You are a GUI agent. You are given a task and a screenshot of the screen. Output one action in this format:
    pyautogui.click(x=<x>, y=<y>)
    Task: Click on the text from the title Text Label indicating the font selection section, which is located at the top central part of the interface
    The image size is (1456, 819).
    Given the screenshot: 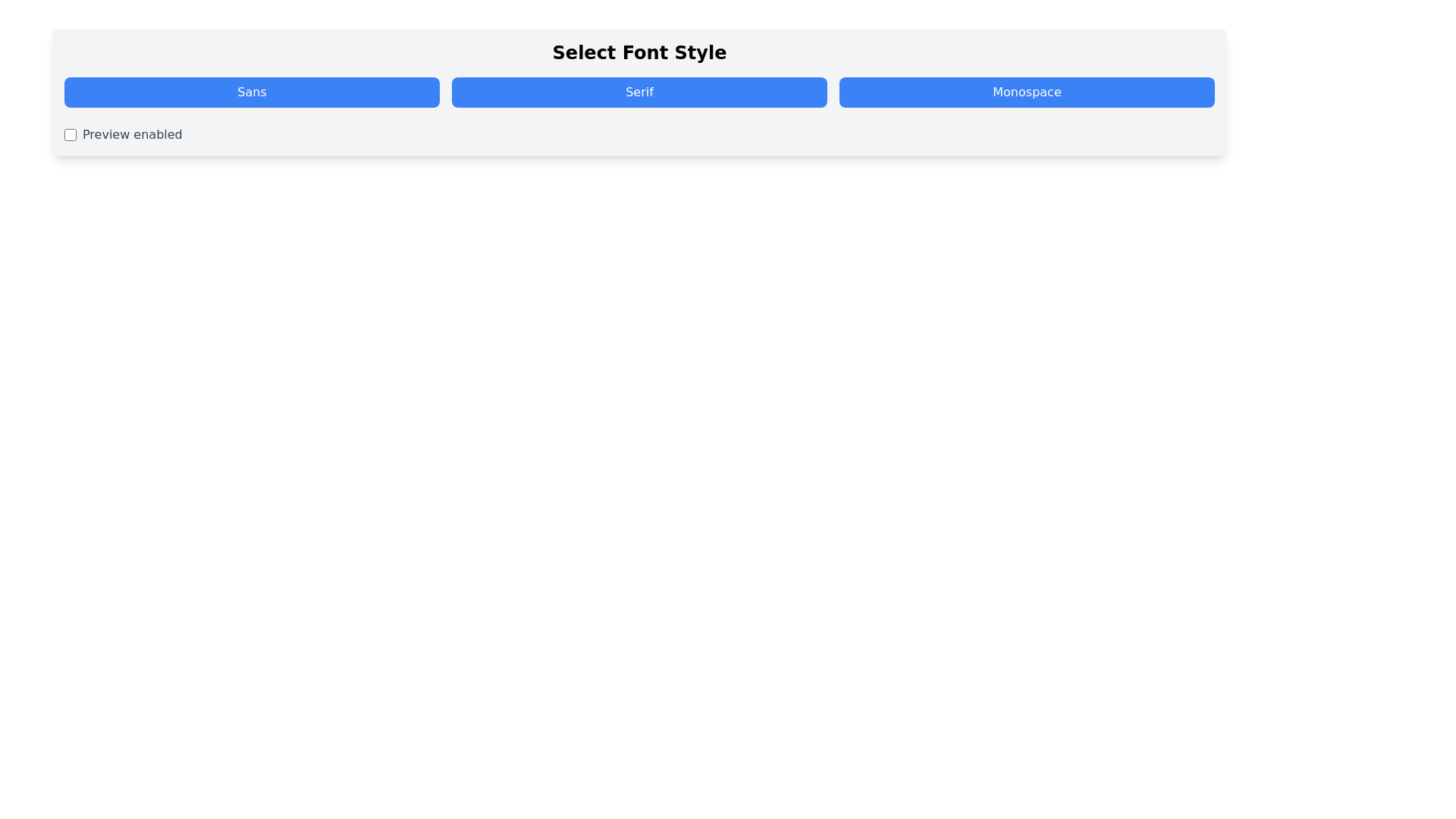 What is the action you would take?
    pyautogui.click(x=639, y=52)
    